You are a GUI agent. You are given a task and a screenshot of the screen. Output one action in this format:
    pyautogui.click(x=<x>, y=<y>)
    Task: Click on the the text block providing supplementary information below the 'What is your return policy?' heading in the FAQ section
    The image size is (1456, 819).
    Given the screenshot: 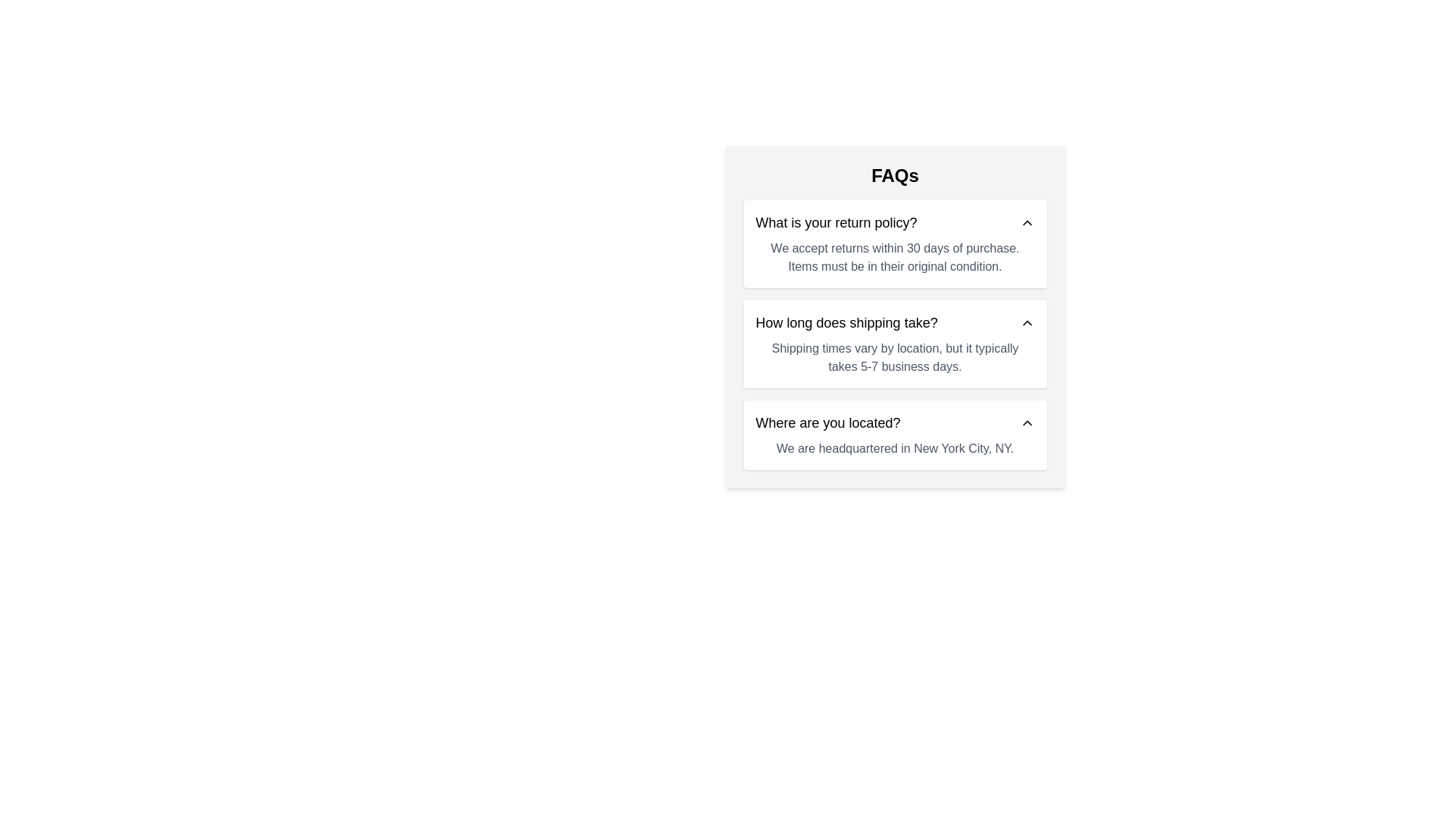 What is the action you would take?
    pyautogui.click(x=895, y=256)
    